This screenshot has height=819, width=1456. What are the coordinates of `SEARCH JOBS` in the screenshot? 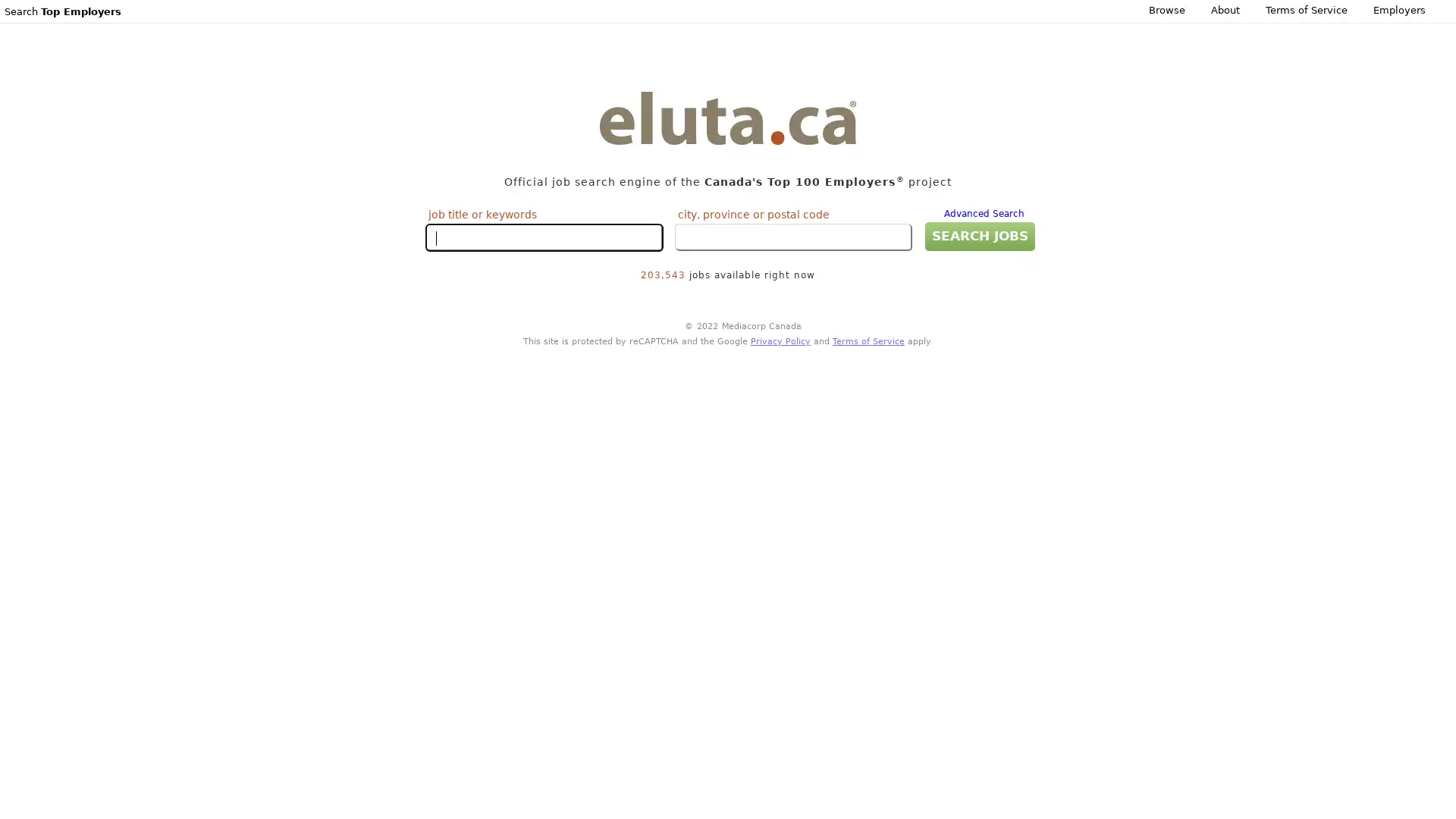 It's located at (977, 236).